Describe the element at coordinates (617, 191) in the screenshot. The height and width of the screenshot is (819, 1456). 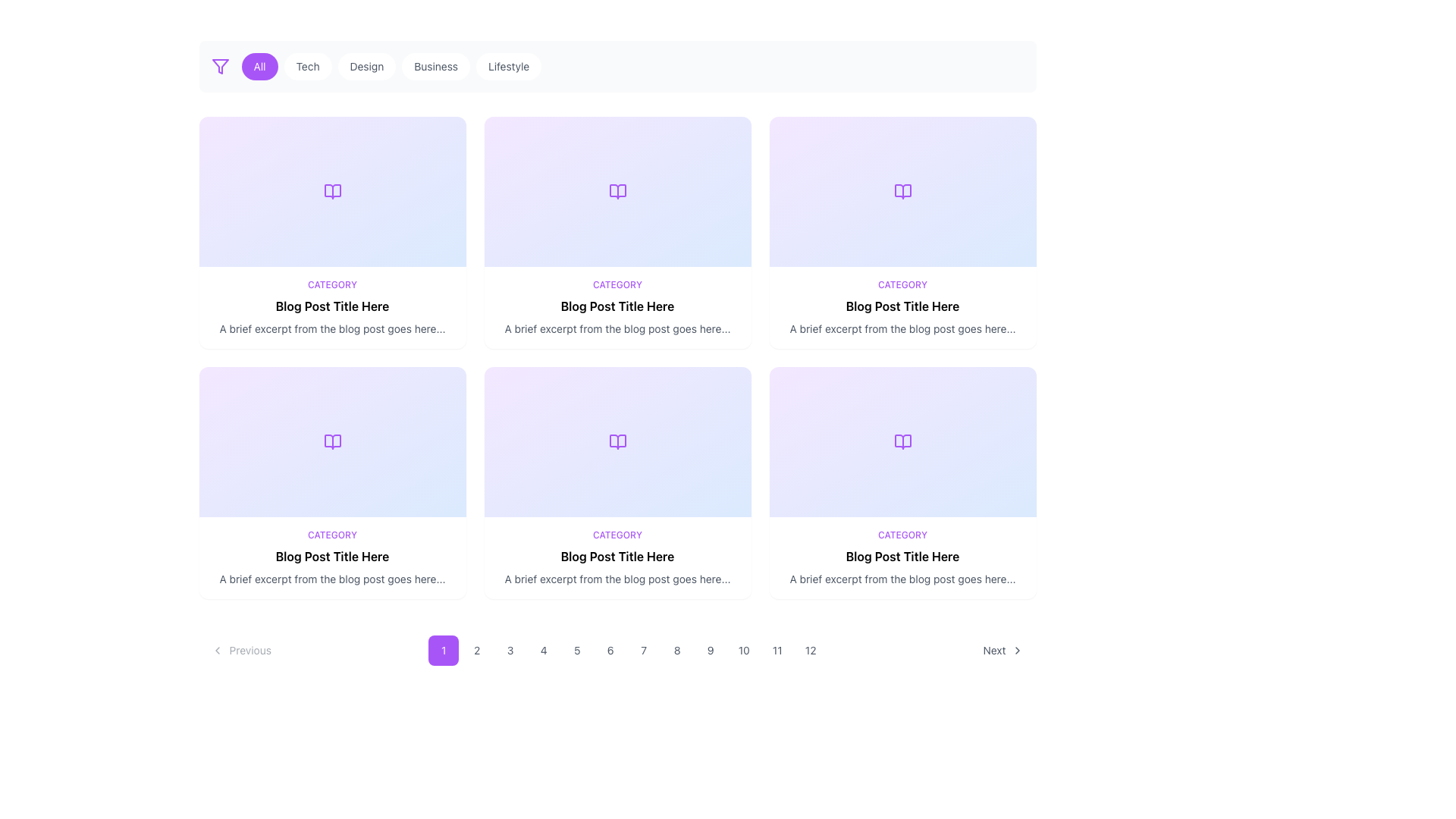
I see `the Decorative background with an illustrative icon, which serves as the visual representation for a blog post preview located in the first row, second column` at that location.